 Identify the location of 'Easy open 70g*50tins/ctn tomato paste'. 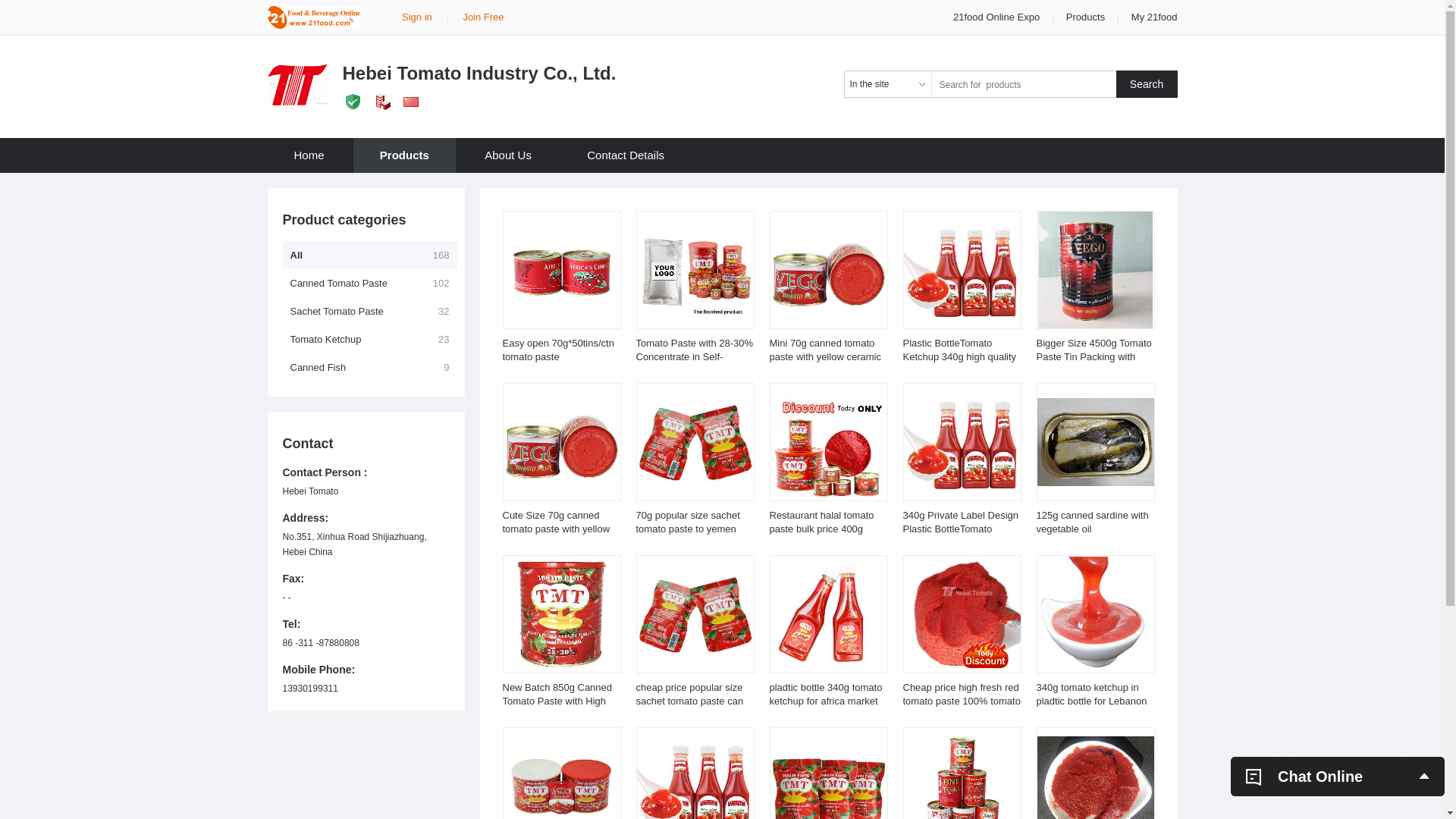
(557, 350).